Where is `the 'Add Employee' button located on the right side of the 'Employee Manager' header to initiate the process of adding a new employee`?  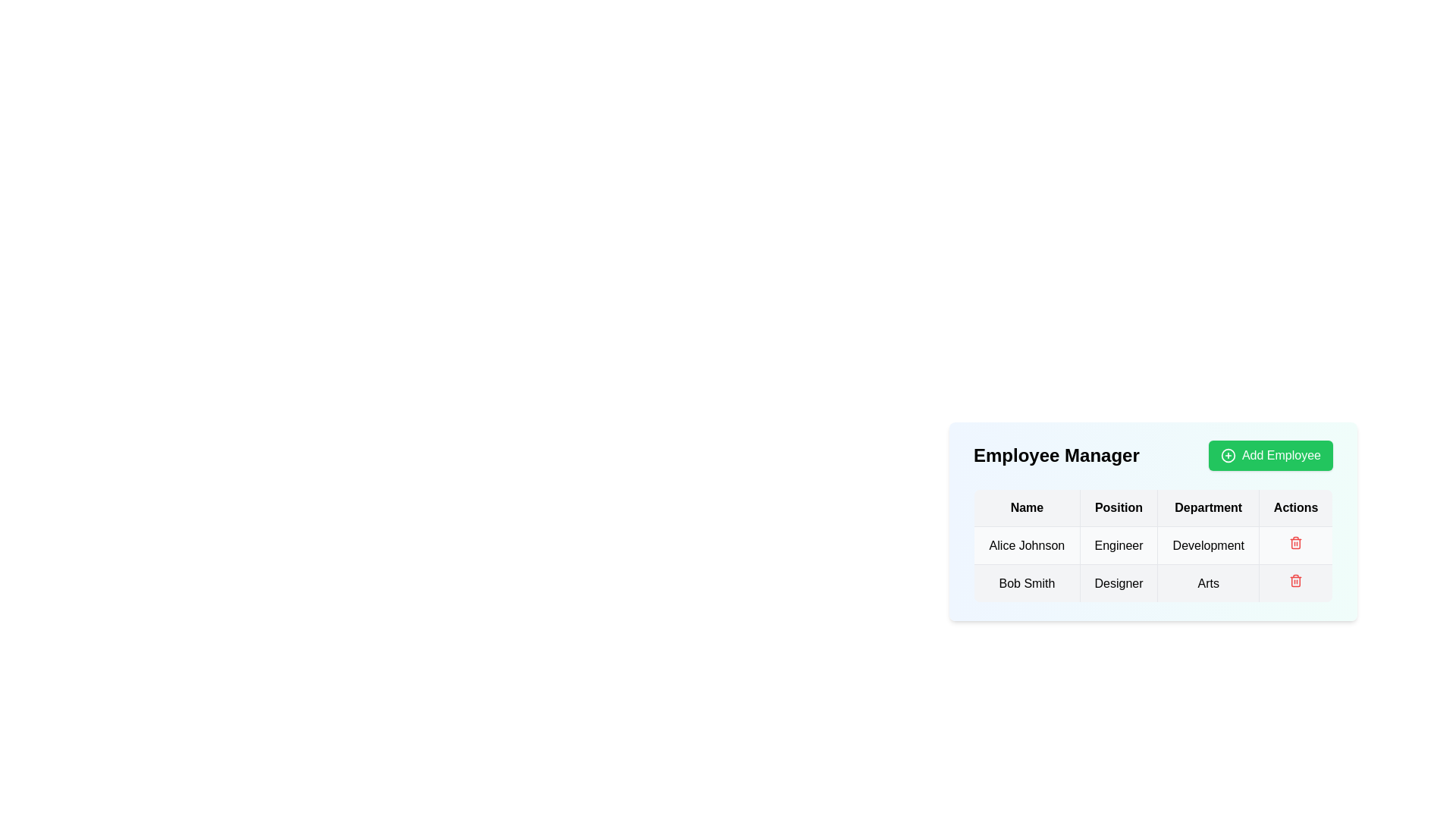 the 'Add Employee' button located on the right side of the 'Employee Manager' header to initiate the process of adding a new employee is located at coordinates (1270, 455).